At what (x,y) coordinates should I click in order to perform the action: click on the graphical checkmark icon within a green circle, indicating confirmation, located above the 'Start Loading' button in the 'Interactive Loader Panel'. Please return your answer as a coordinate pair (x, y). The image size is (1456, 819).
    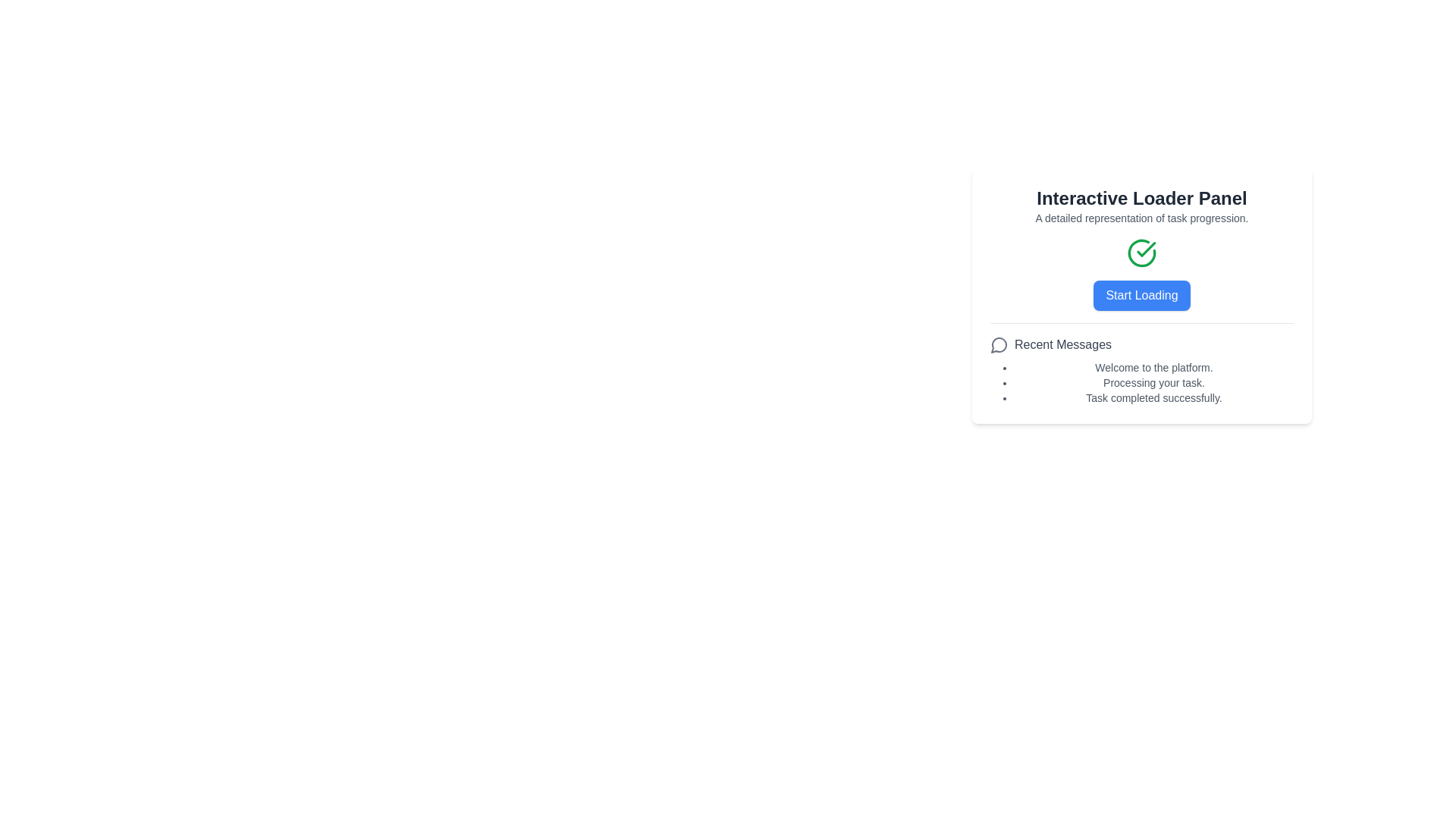
    Looking at the image, I should click on (1146, 248).